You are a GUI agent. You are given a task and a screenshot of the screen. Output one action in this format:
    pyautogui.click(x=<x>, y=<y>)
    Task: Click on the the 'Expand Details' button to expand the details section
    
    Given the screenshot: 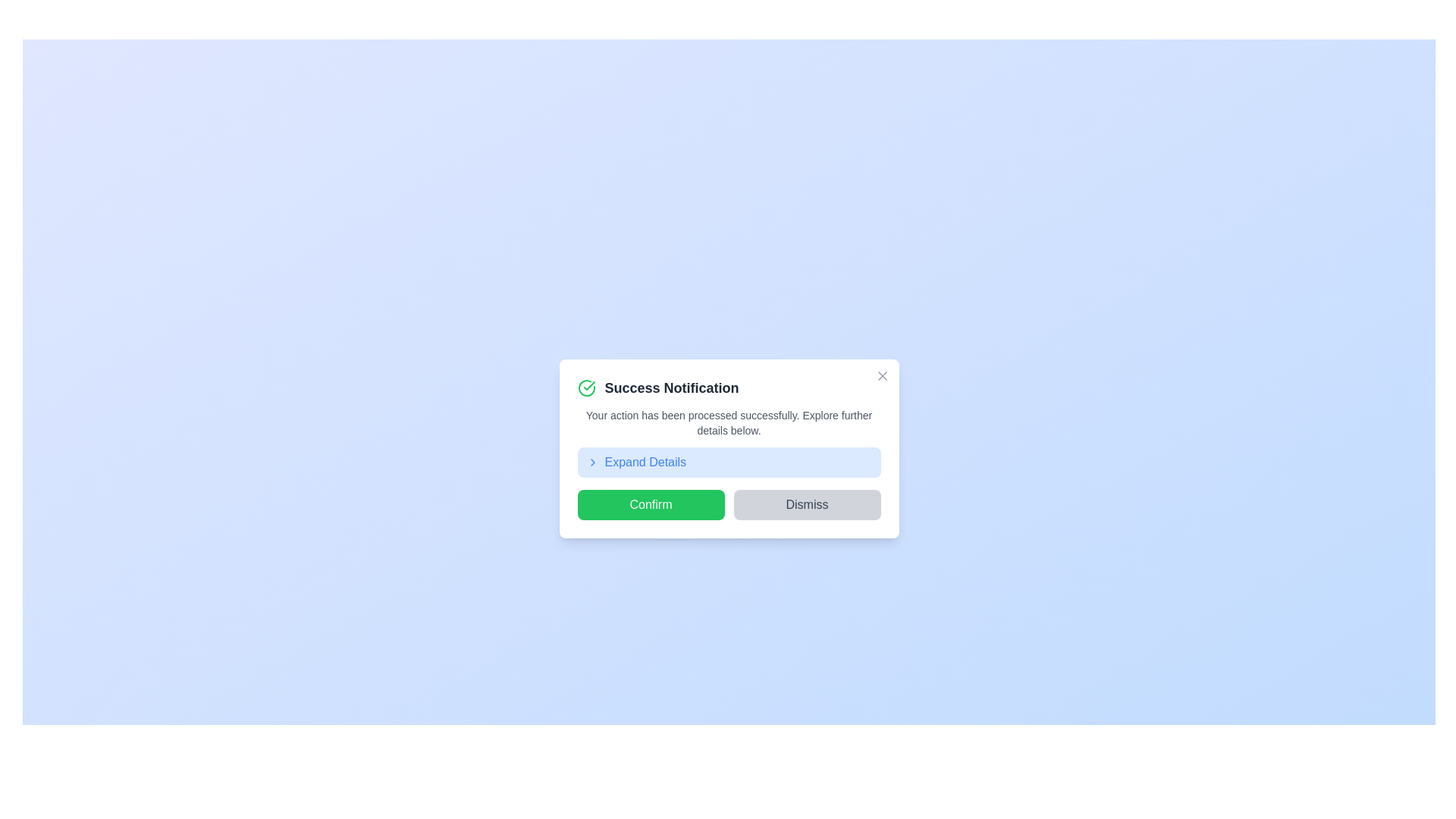 What is the action you would take?
    pyautogui.click(x=729, y=461)
    